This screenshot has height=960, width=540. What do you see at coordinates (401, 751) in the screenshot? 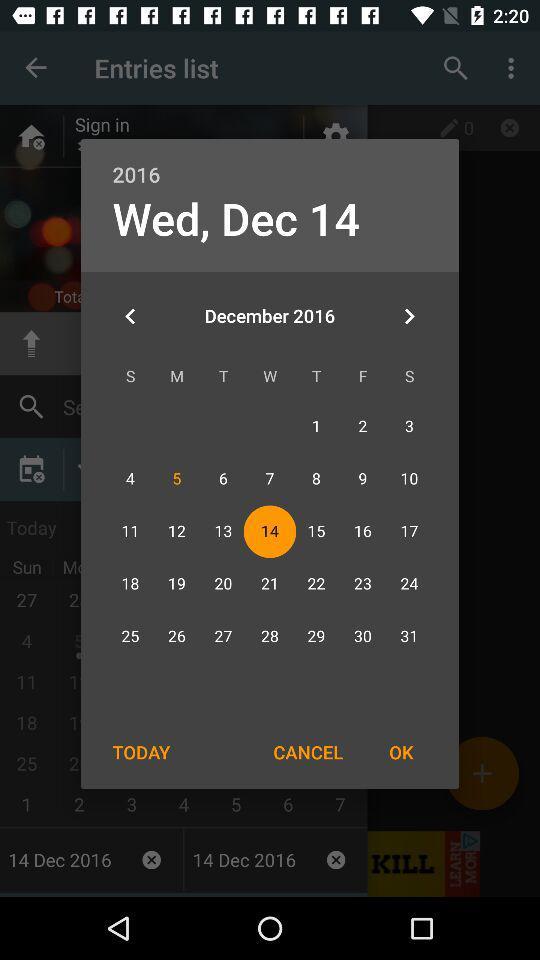
I see `ok item` at bounding box center [401, 751].